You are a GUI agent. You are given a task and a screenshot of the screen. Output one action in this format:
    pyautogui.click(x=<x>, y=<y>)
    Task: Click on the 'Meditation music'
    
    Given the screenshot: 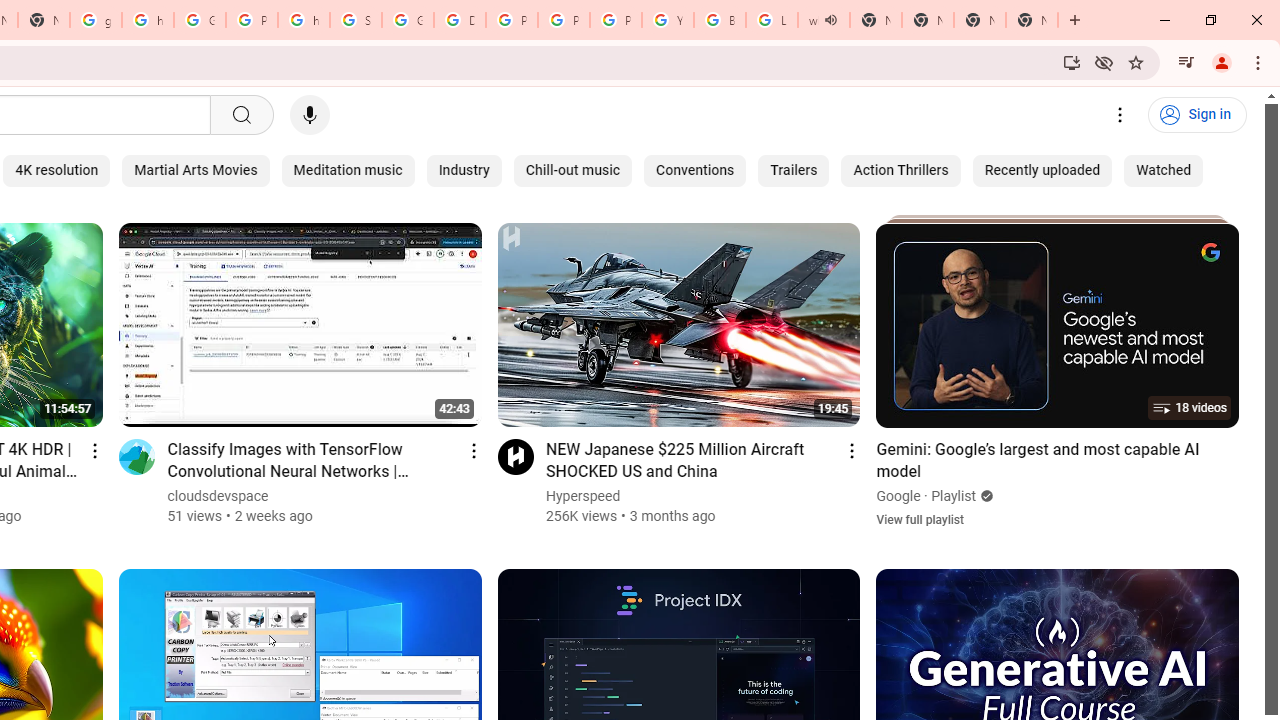 What is the action you would take?
    pyautogui.click(x=348, y=170)
    